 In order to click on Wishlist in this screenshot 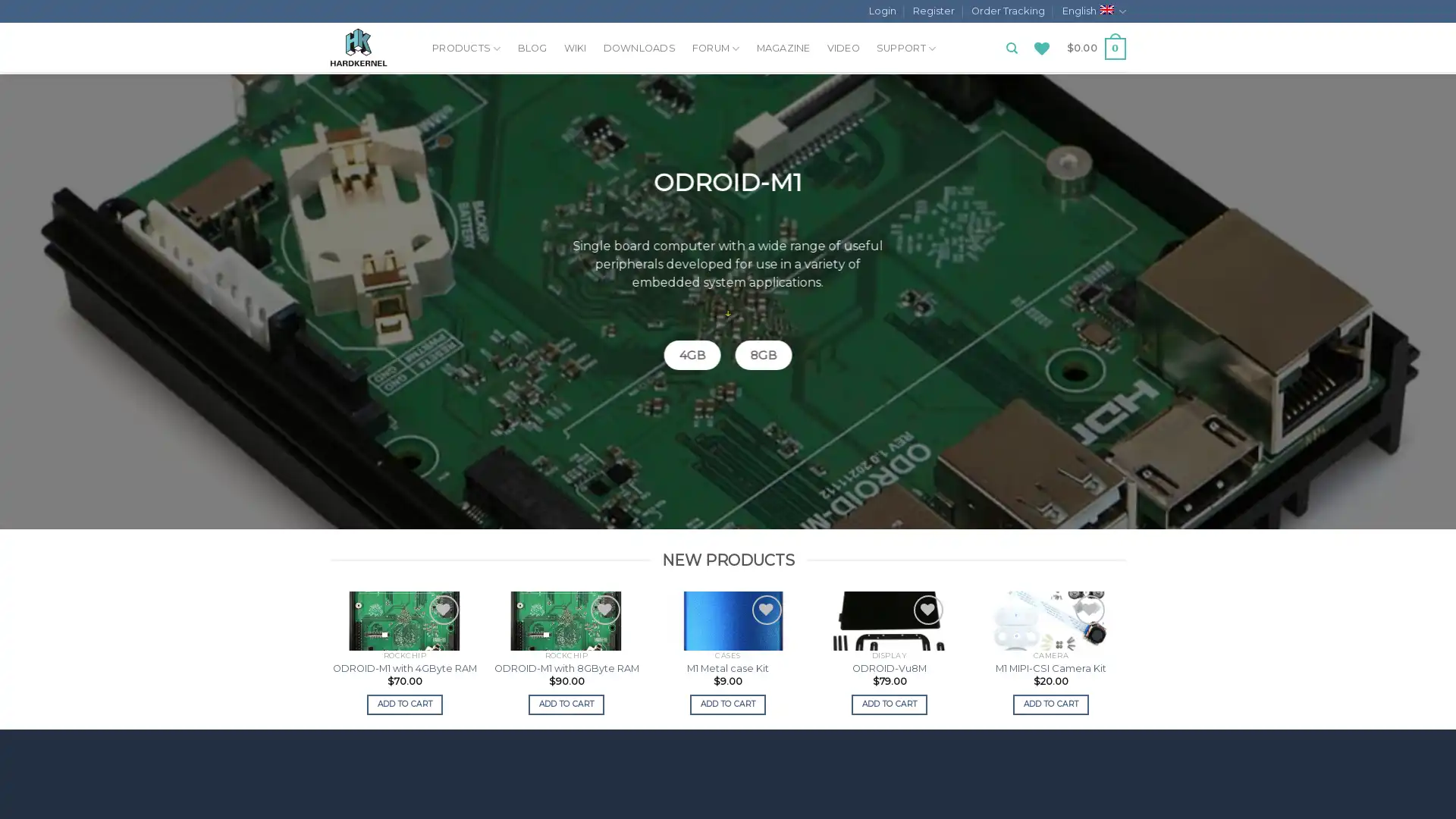, I will do `click(927, 609)`.